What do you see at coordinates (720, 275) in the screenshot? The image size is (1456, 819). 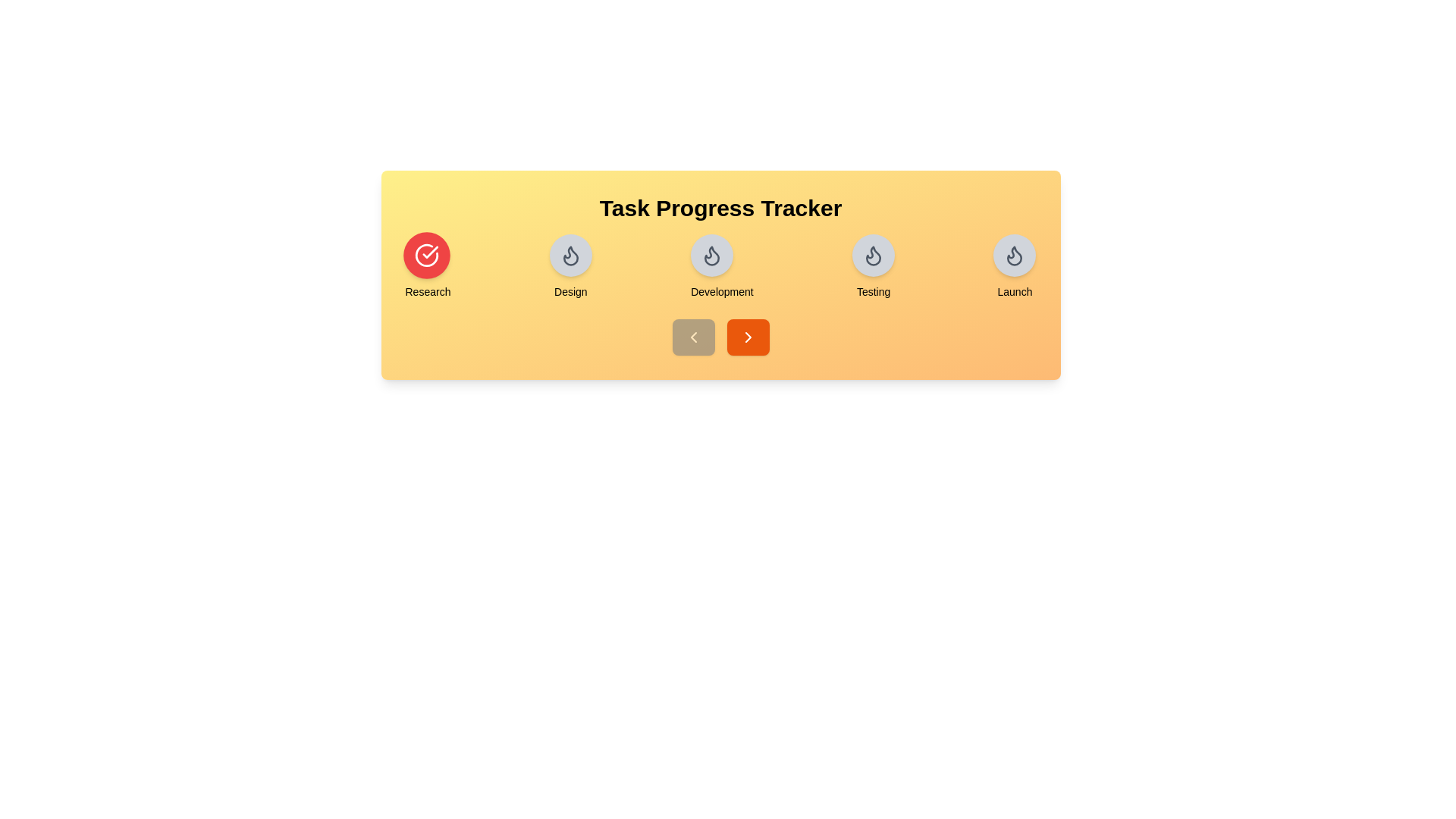 I see `the stage information by clicking on the icon labeled with project stages, which is located below the 'Task Progress Tracker' header` at bounding box center [720, 275].